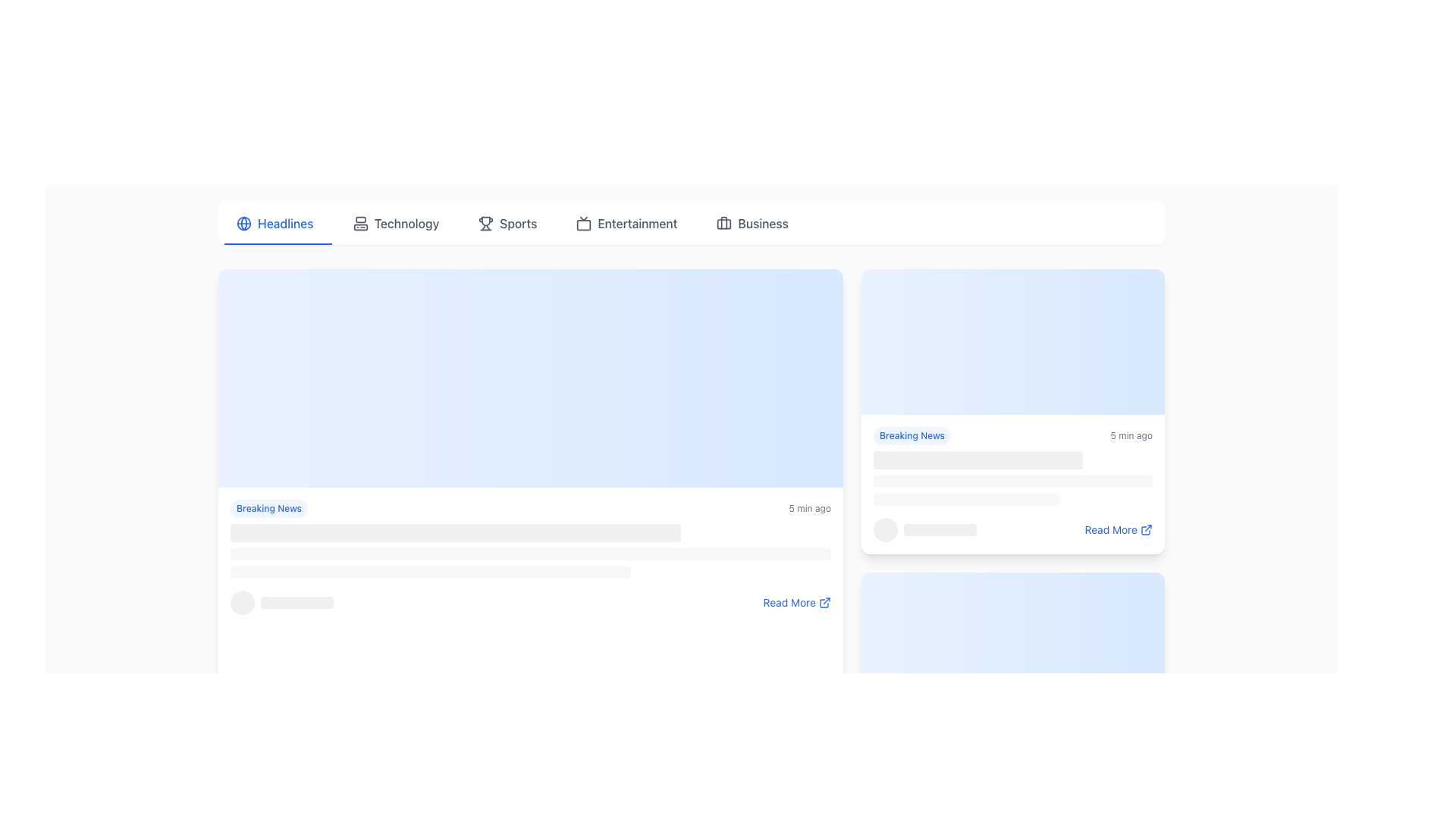 The image size is (1456, 819). What do you see at coordinates (1012, 763) in the screenshot?
I see `the loading state placeholder element that indicates content is being loaded, positioned below the 'Breaking News' badge and timestamp` at bounding box center [1012, 763].